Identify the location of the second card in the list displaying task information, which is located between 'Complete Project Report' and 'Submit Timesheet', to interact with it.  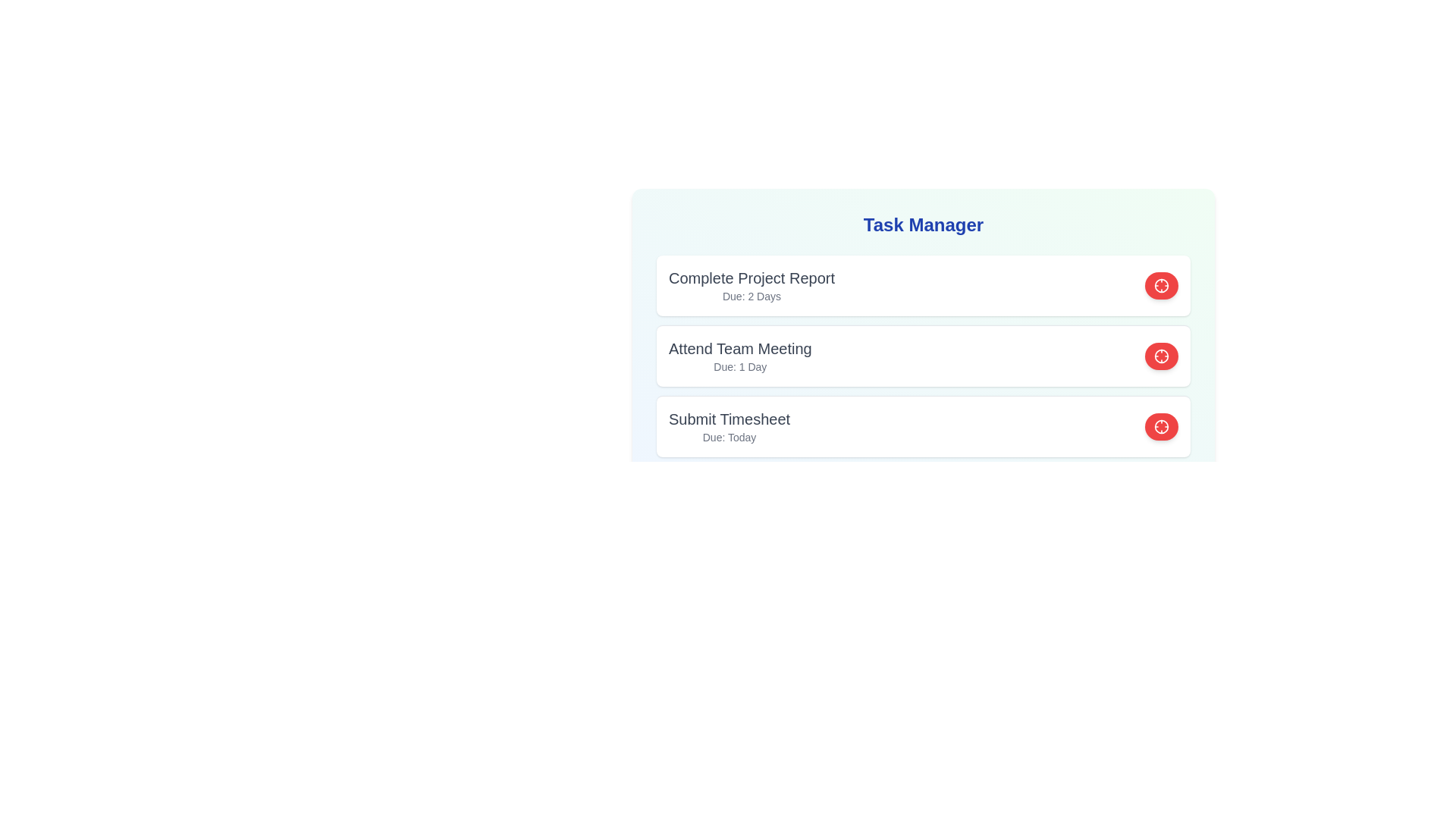
(923, 338).